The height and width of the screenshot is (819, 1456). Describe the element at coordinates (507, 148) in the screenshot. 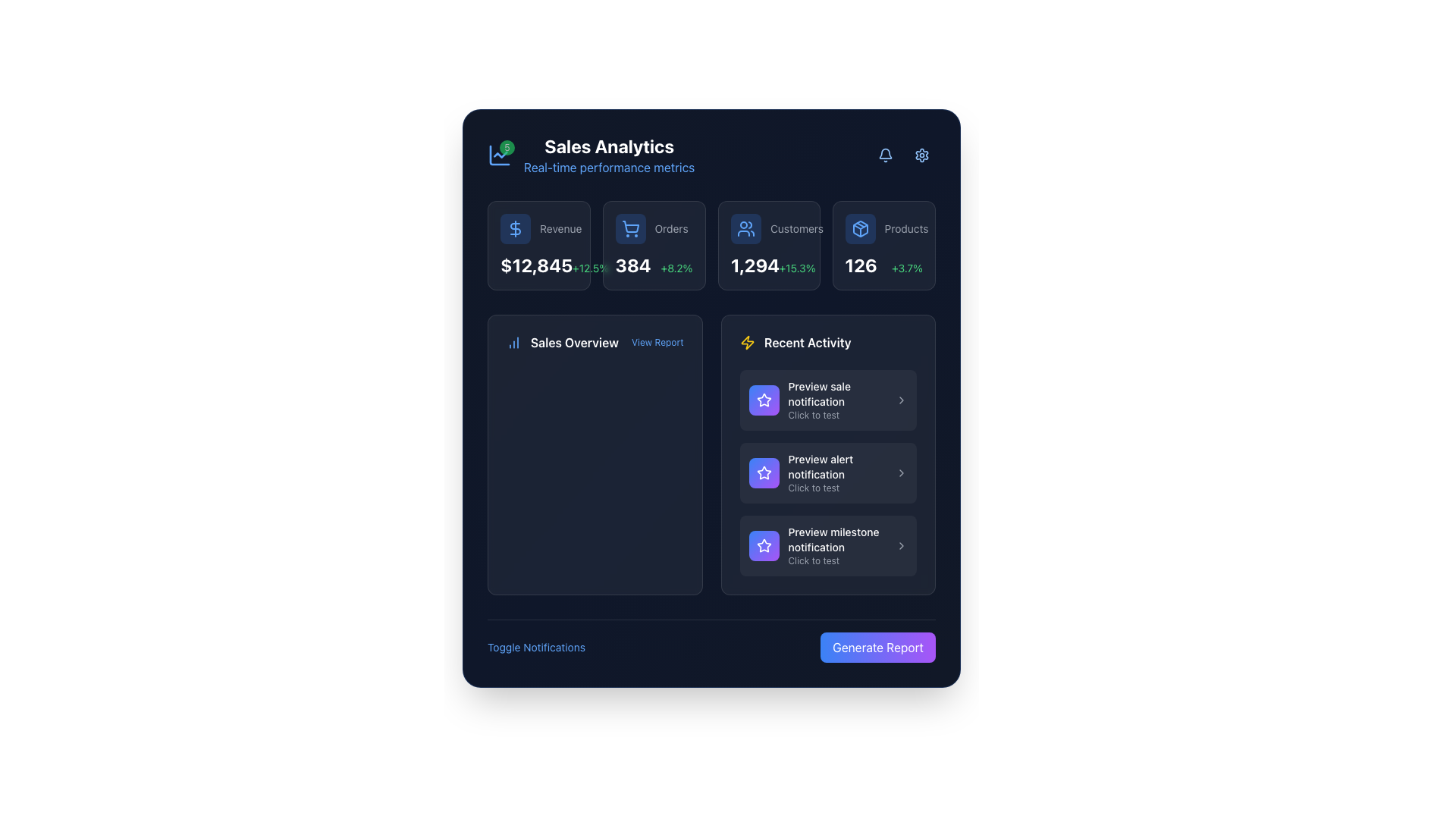

I see `the status of the notification badge, which is a small circular badge with a green background and the number '5' in white text centered, located at the top-right corner of the chart line graph icon` at that location.